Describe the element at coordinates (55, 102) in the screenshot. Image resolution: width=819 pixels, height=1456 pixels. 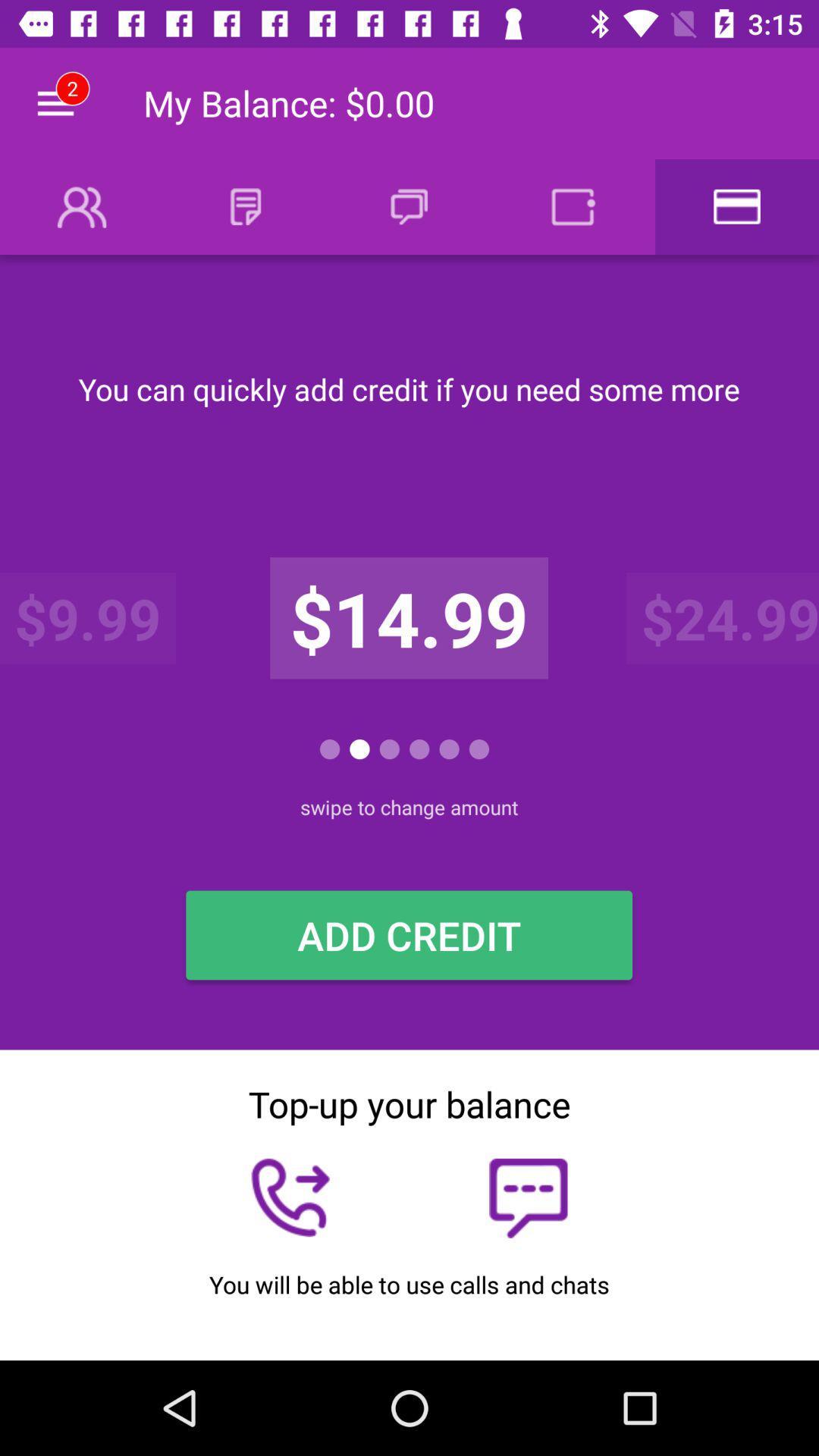
I see `icon to the left of the my balance 0` at that location.